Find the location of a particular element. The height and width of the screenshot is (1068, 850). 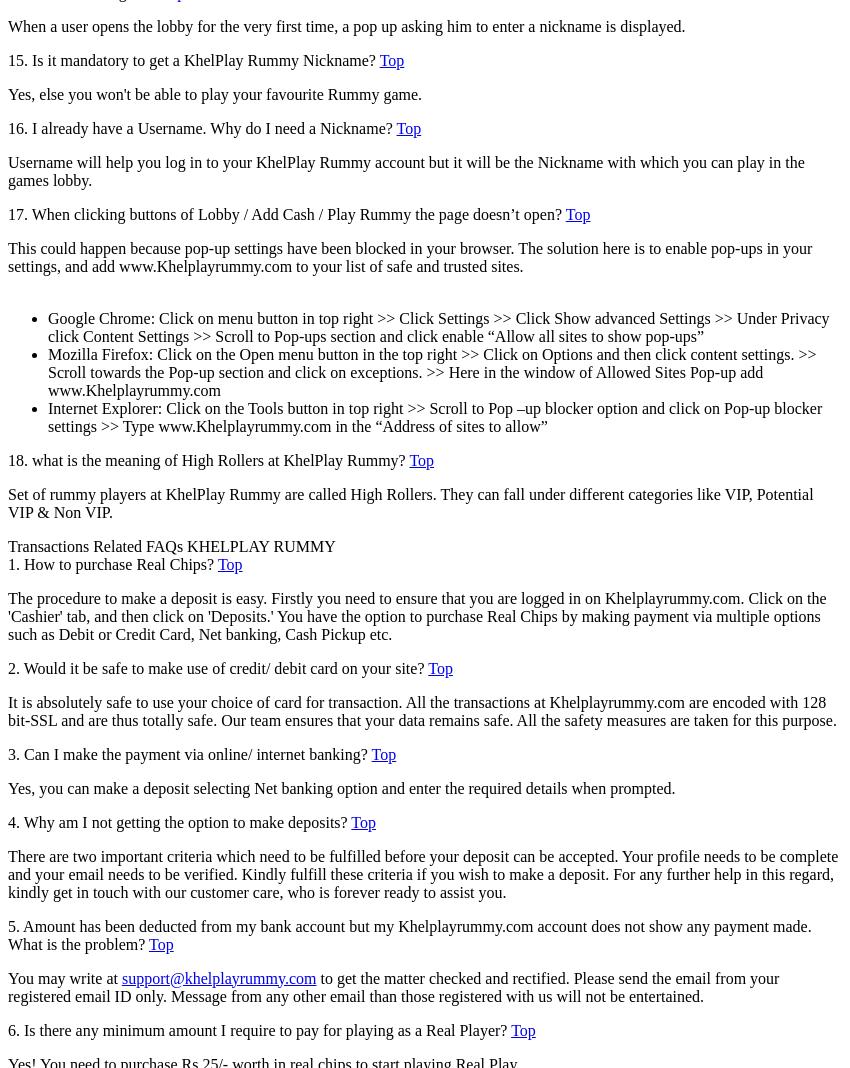

'6. Is there any minimum amount I require to pay for playing as a Real Player?' is located at coordinates (6, 1029).